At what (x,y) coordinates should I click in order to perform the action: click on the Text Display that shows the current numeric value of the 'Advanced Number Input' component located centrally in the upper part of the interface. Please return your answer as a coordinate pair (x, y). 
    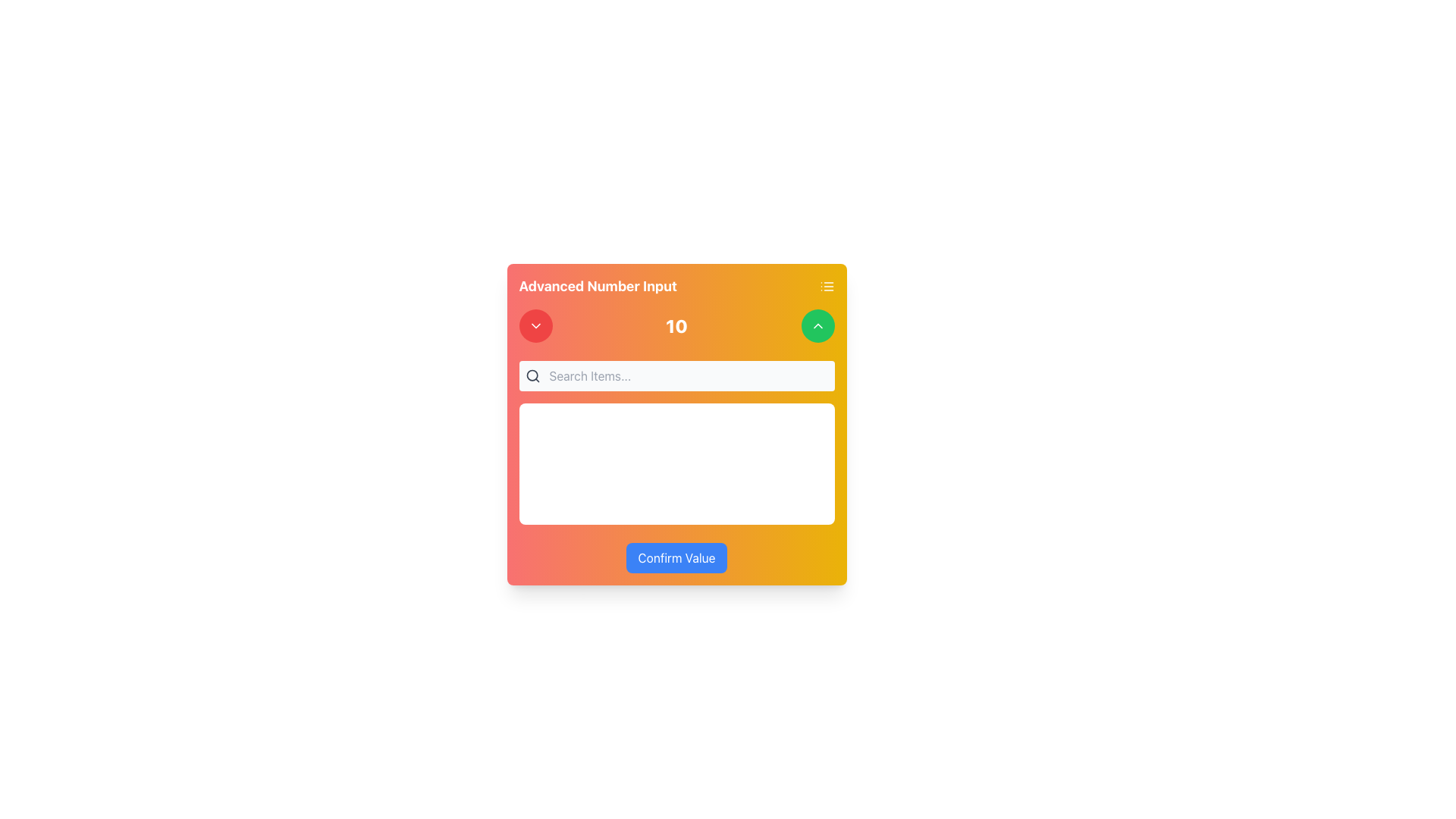
    Looking at the image, I should click on (676, 325).